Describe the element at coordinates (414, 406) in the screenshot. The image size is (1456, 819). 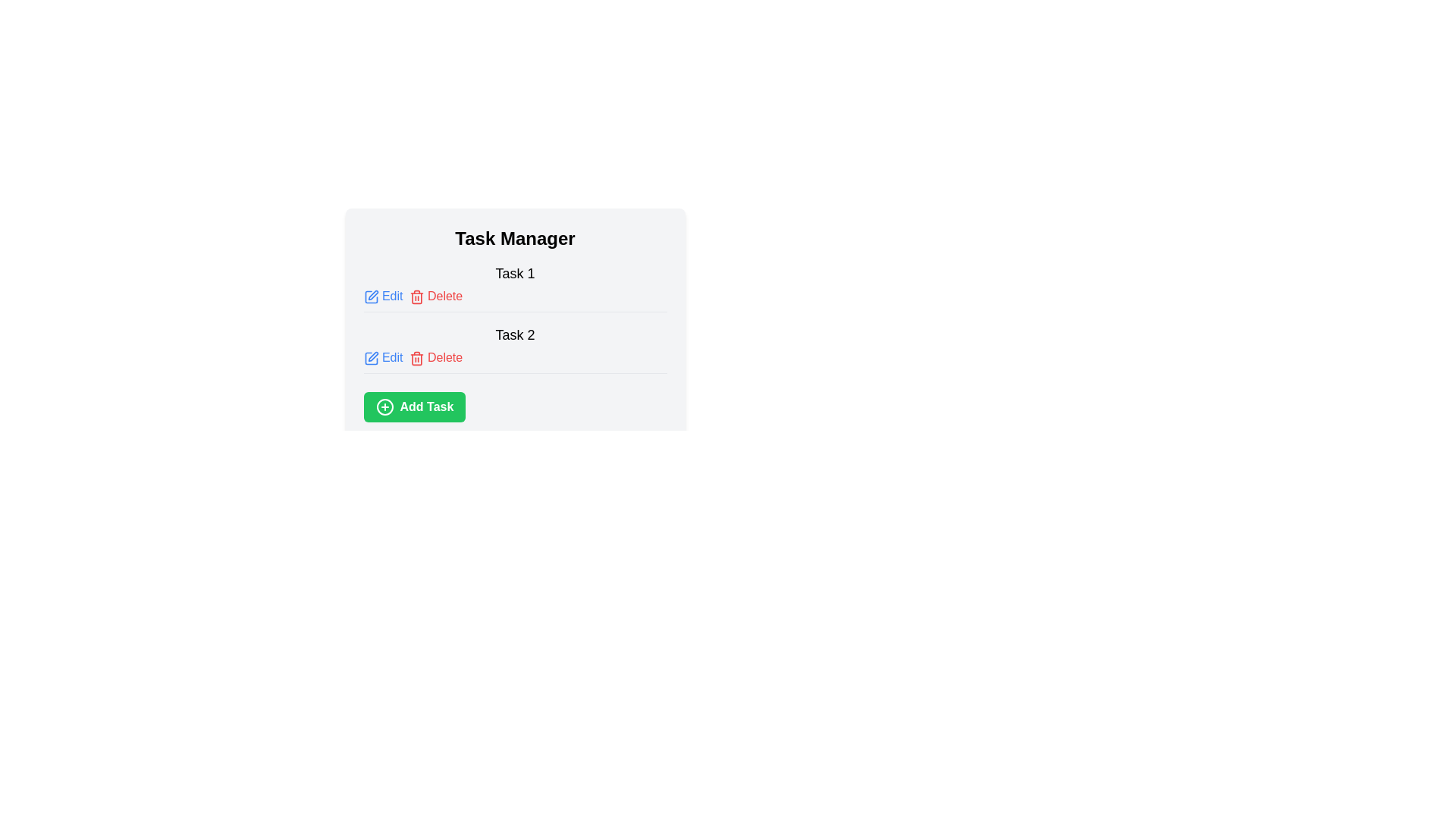
I see `the 'Add Task' button, which is a rectangular button with rounded corners, a bright green background, and white text, located at the bottom of the 'Task Manager' section` at that location.